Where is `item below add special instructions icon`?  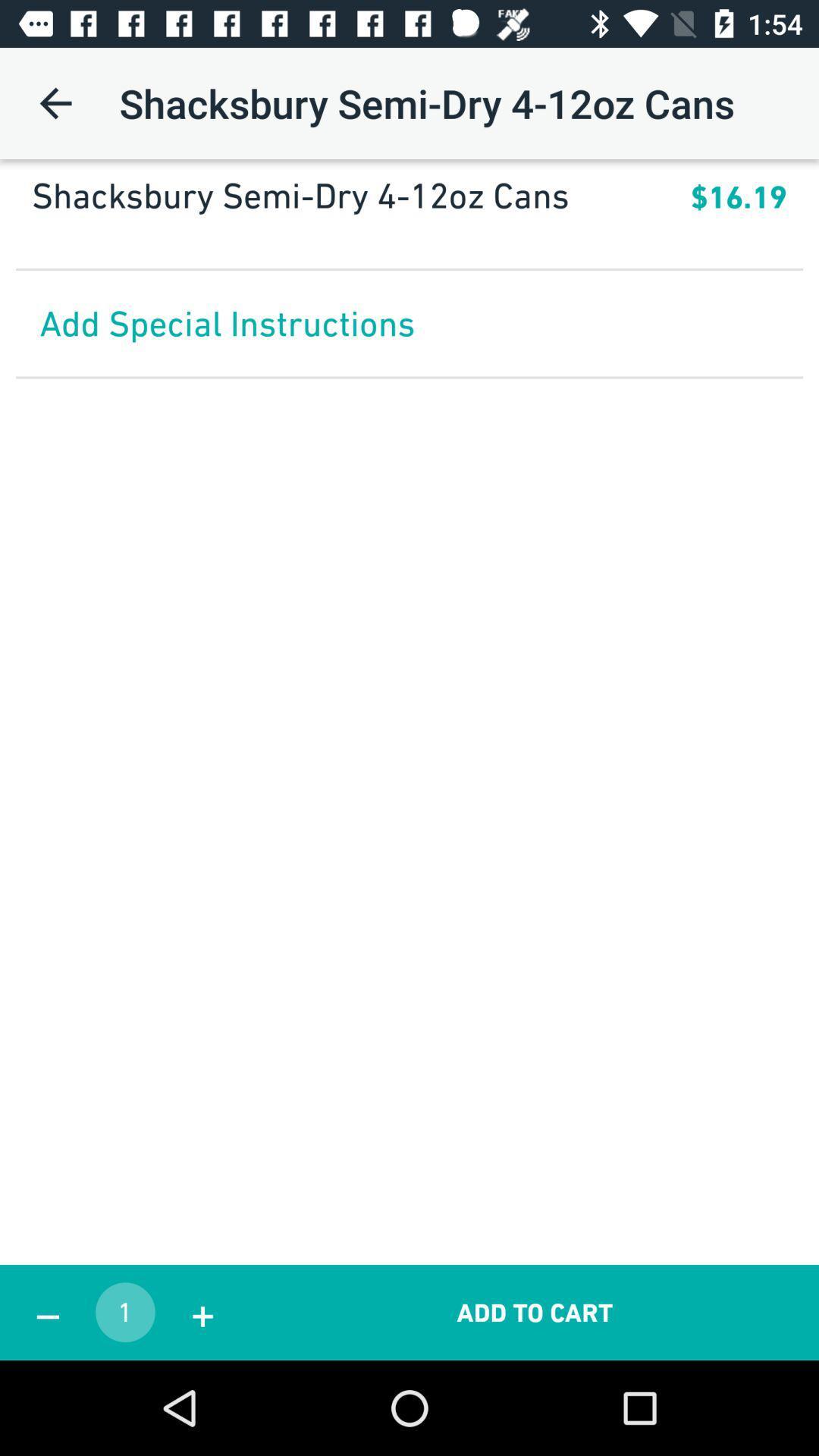
item below add special instructions icon is located at coordinates (46, 1312).